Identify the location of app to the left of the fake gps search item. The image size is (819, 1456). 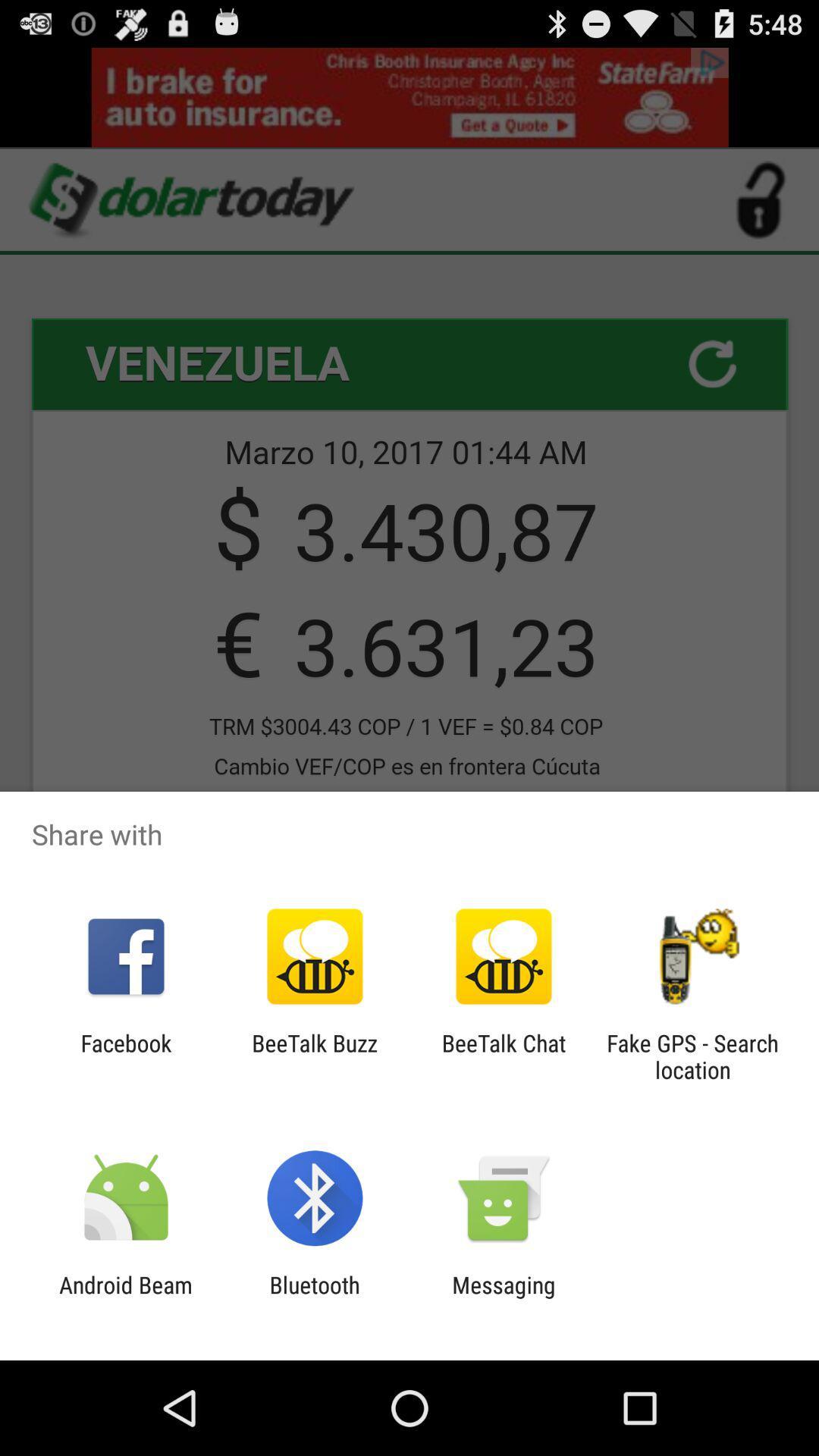
(504, 1056).